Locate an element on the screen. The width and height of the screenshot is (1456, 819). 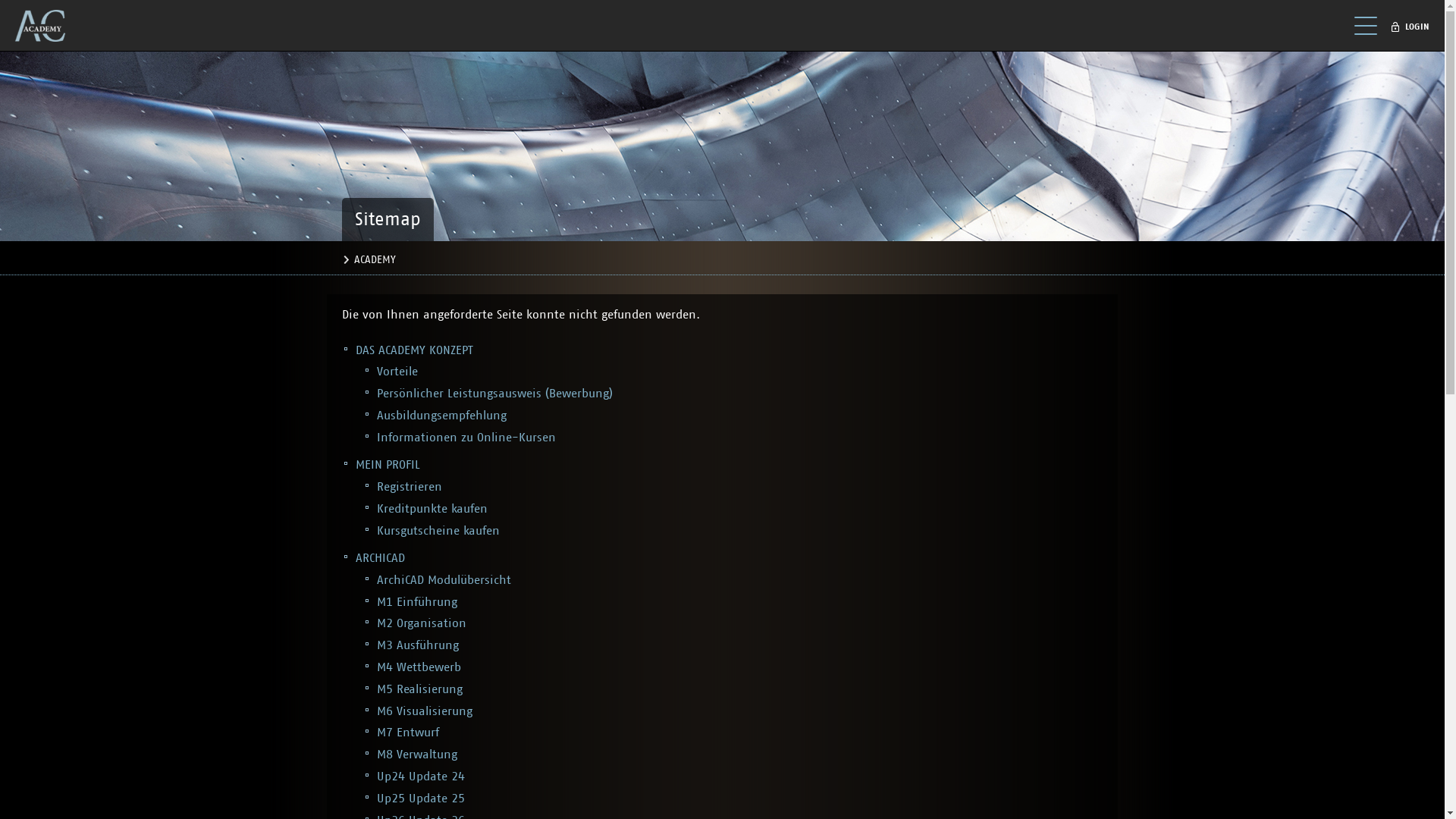
'ACADEMY' is located at coordinates (374, 259).